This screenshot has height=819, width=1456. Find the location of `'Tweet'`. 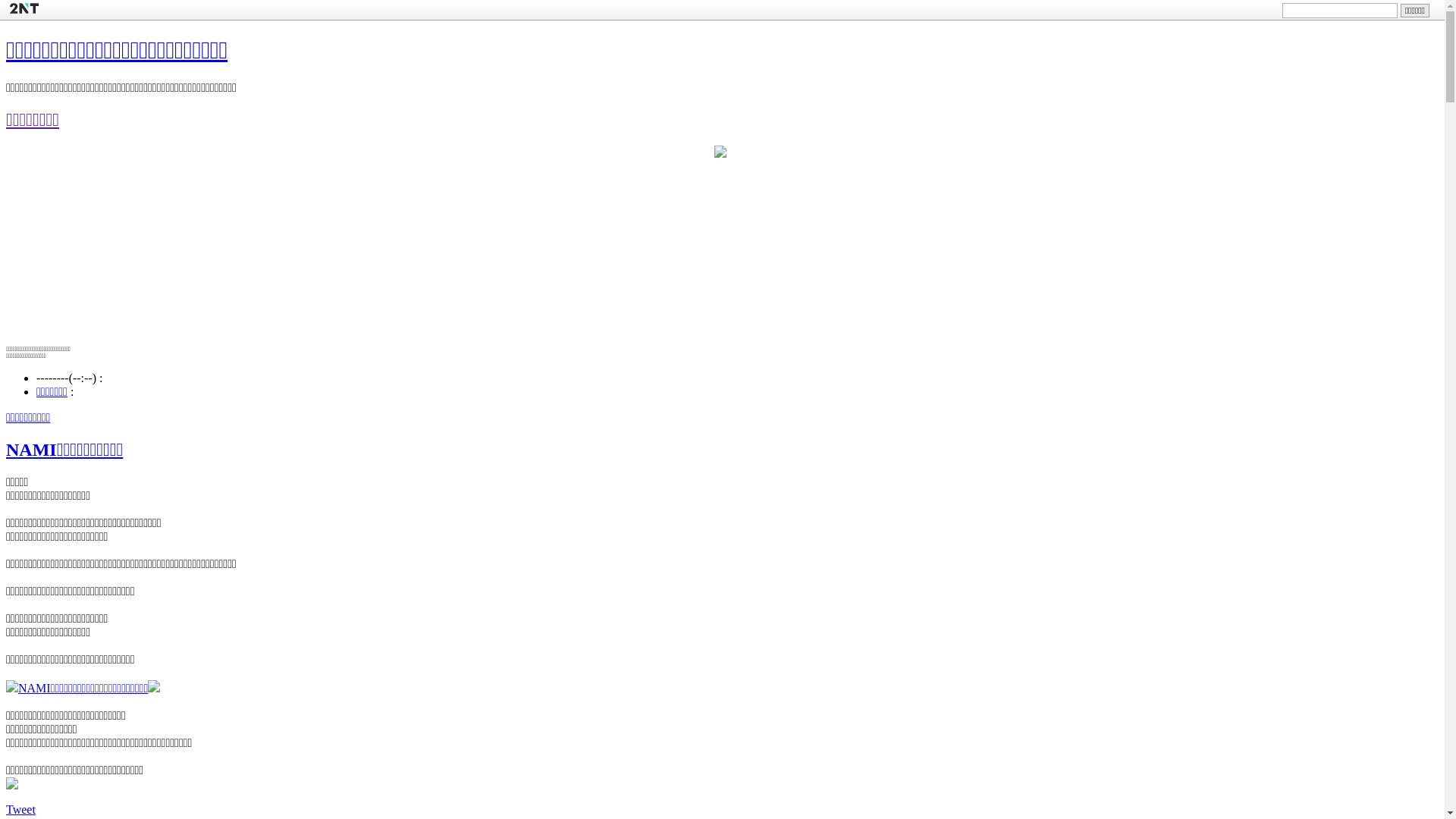

'Tweet' is located at coordinates (20, 808).